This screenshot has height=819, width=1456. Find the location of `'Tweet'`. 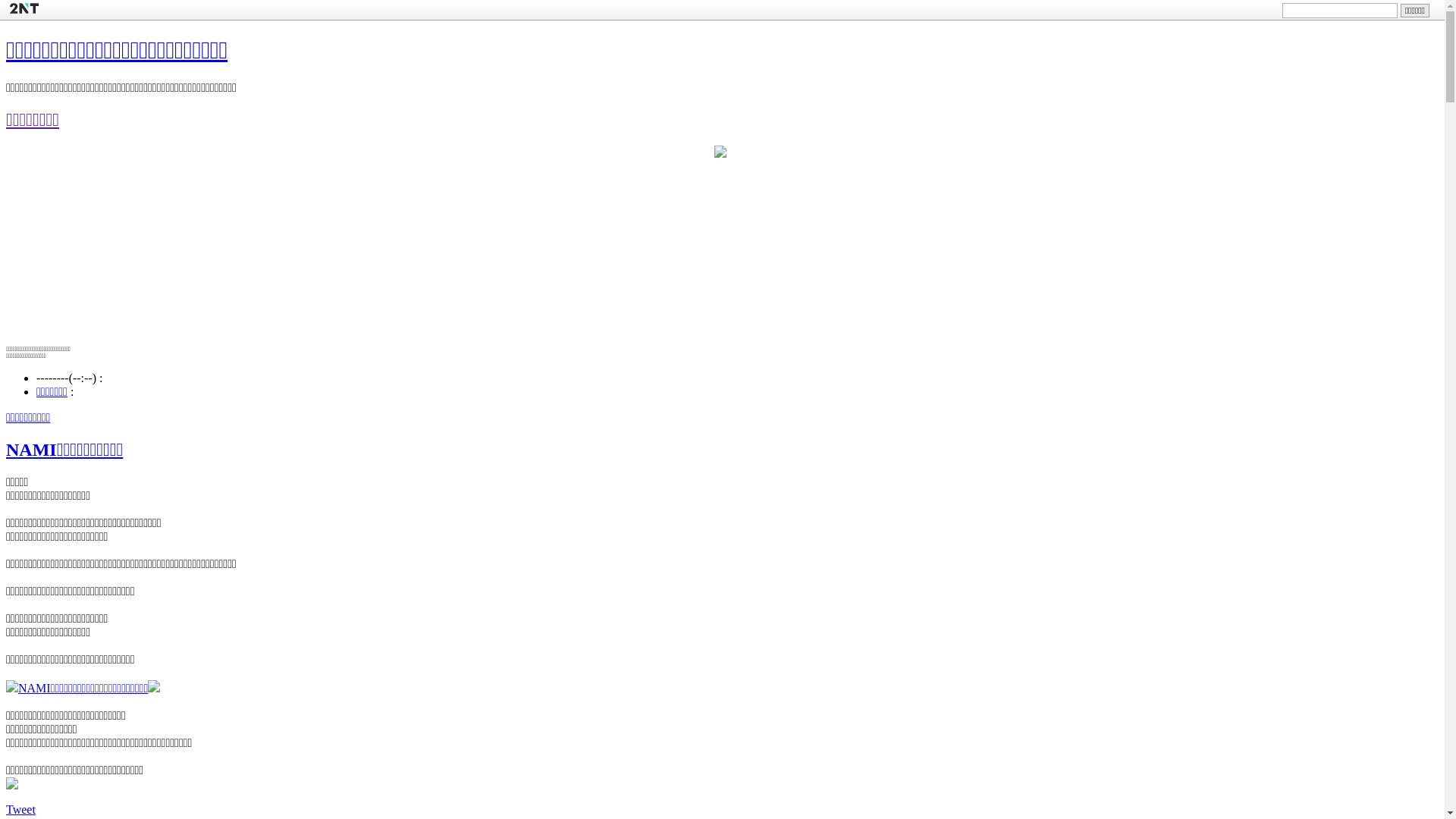

'Tweet' is located at coordinates (20, 808).